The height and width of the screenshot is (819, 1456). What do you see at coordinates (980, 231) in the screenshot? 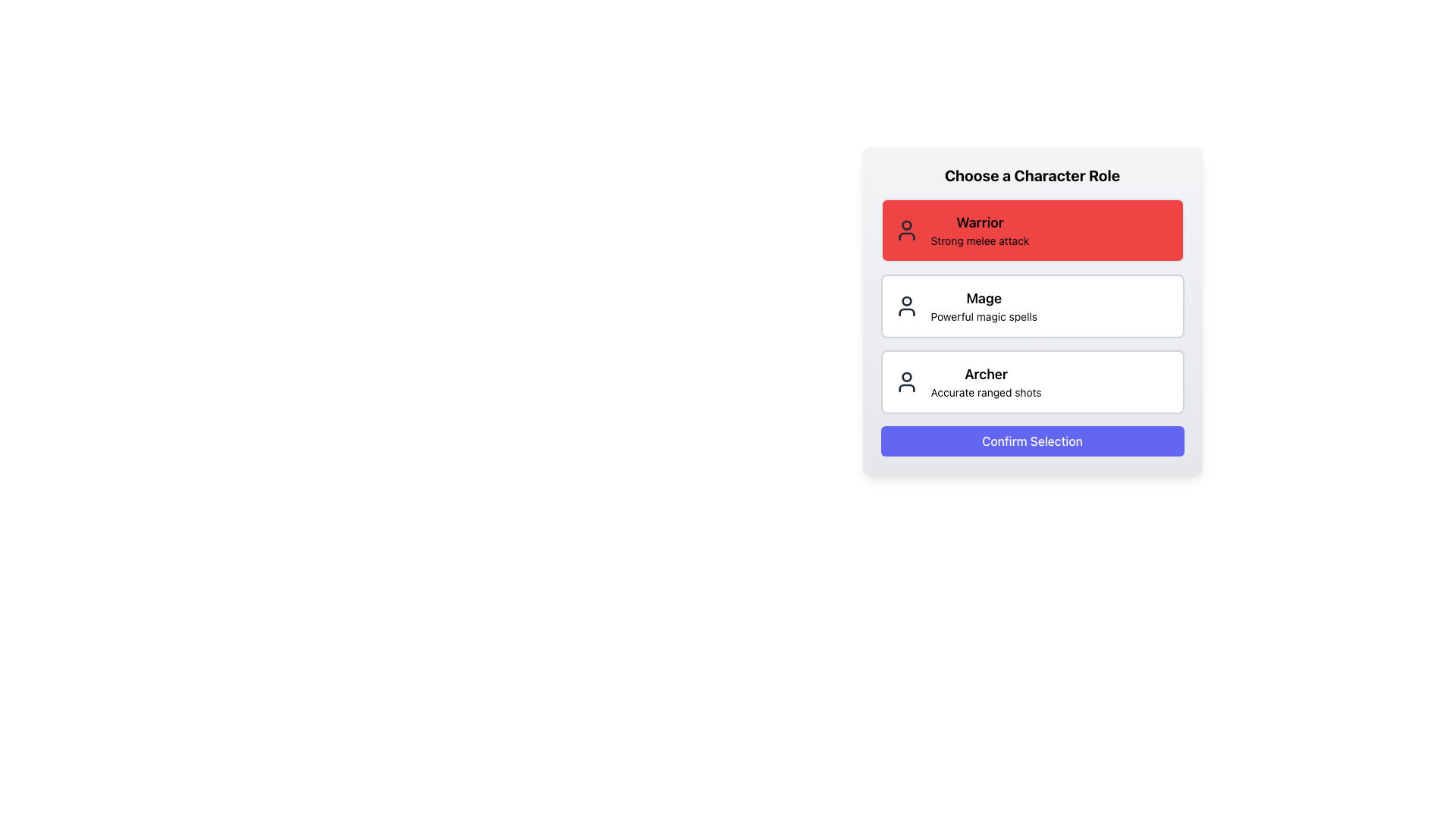
I see `the first selectable option item in the role-selection interface, which is represented by a text and background combination within a red box` at bounding box center [980, 231].